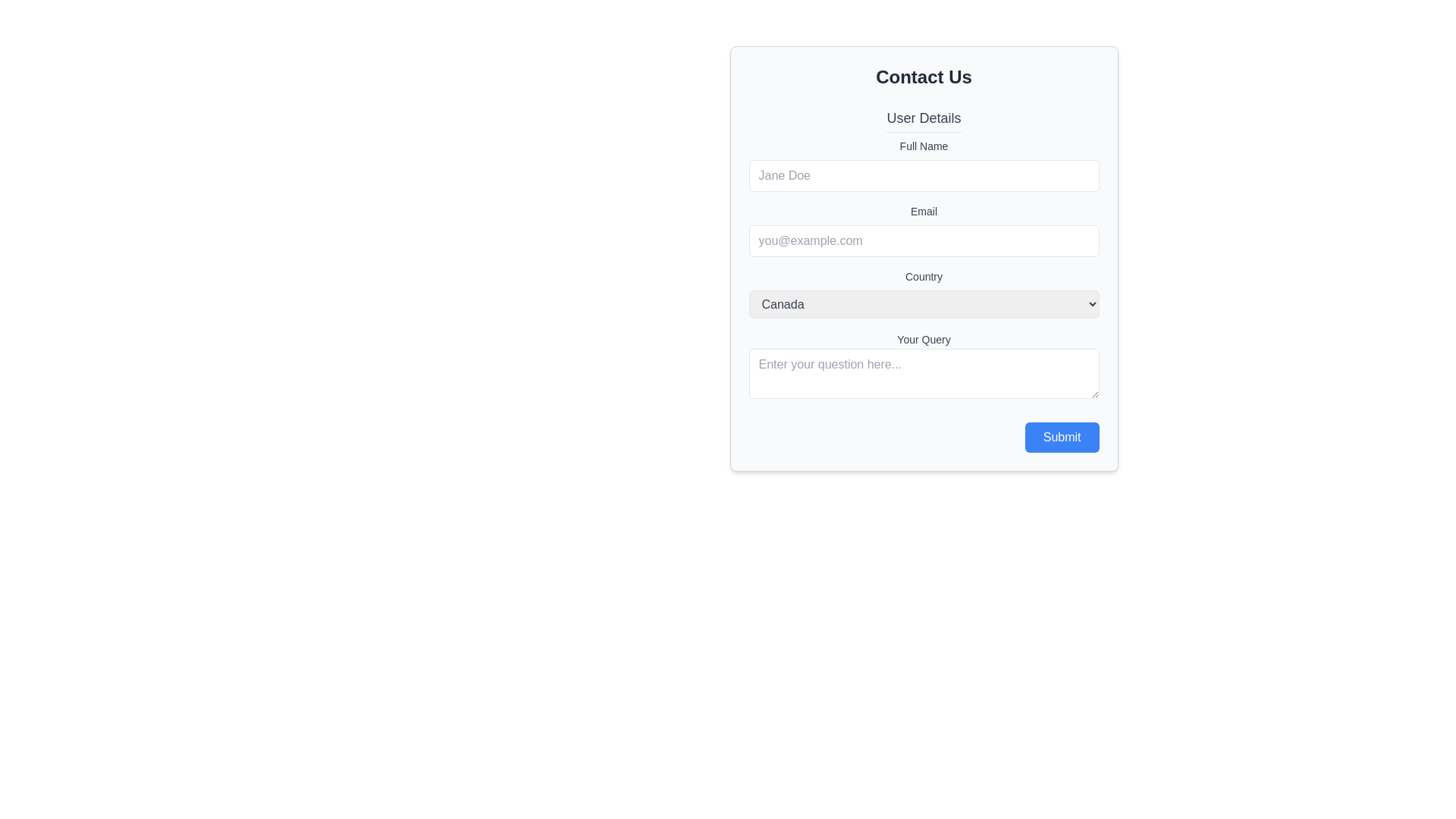 This screenshot has width=1456, height=819. Describe the element at coordinates (923, 213) in the screenshot. I see `the 'User Details' input form section which contains fields for 'Full Name', 'Email', and 'Country'` at that location.